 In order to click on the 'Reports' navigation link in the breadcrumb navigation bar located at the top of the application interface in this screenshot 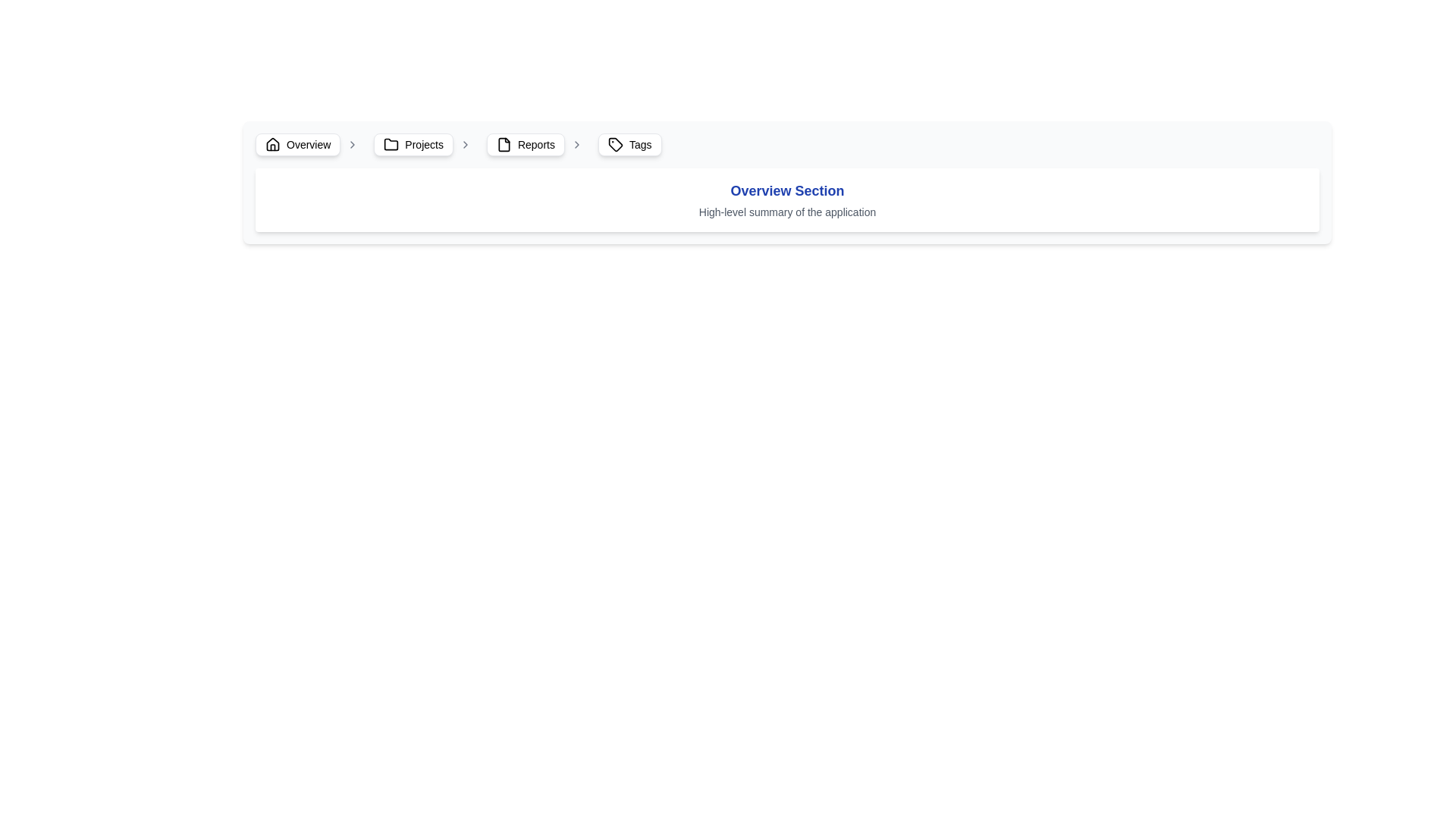, I will do `click(526, 145)`.